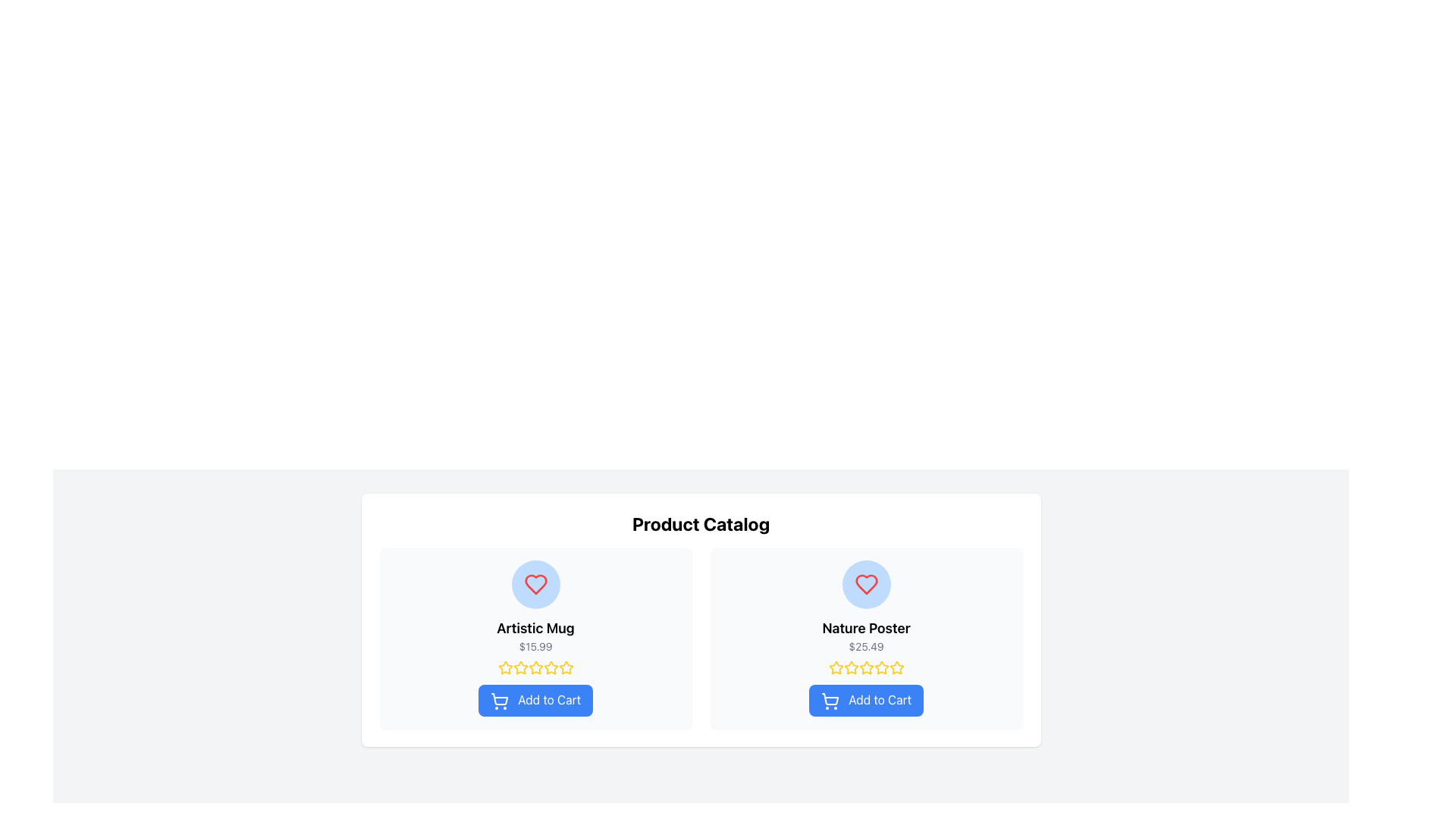  What do you see at coordinates (535, 646) in the screenshot?
I see `the price display label for the product 'Artistic Mug', which is located at the center of the product block in the catalog section` at bounding box center [535, 646].